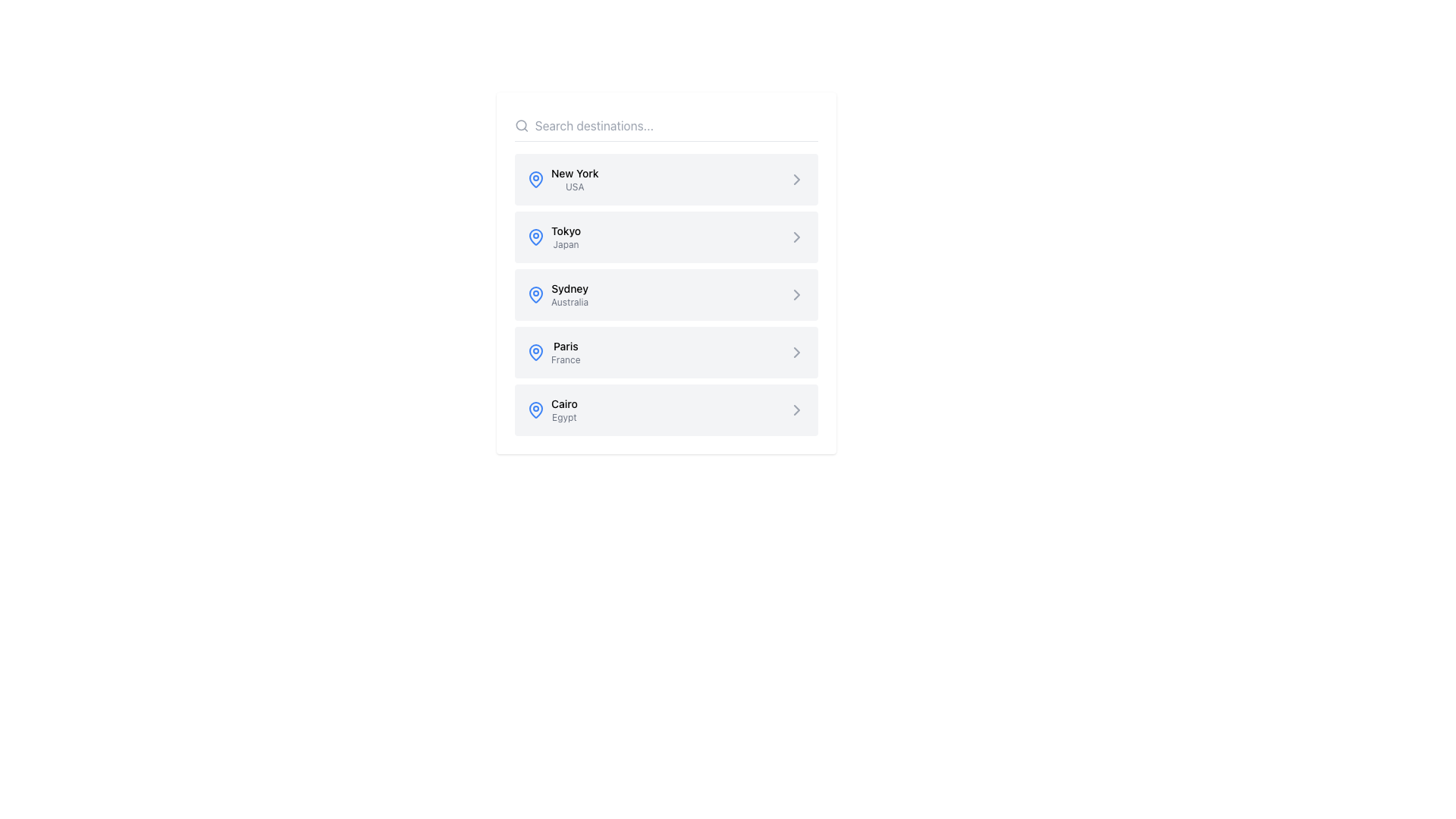 The image size is (1456, 819). Describe the element at coordinates (666, 409) in the screenshot. I see `the selectable list item representing the destination 'Cairo, Egypt'` at that location.